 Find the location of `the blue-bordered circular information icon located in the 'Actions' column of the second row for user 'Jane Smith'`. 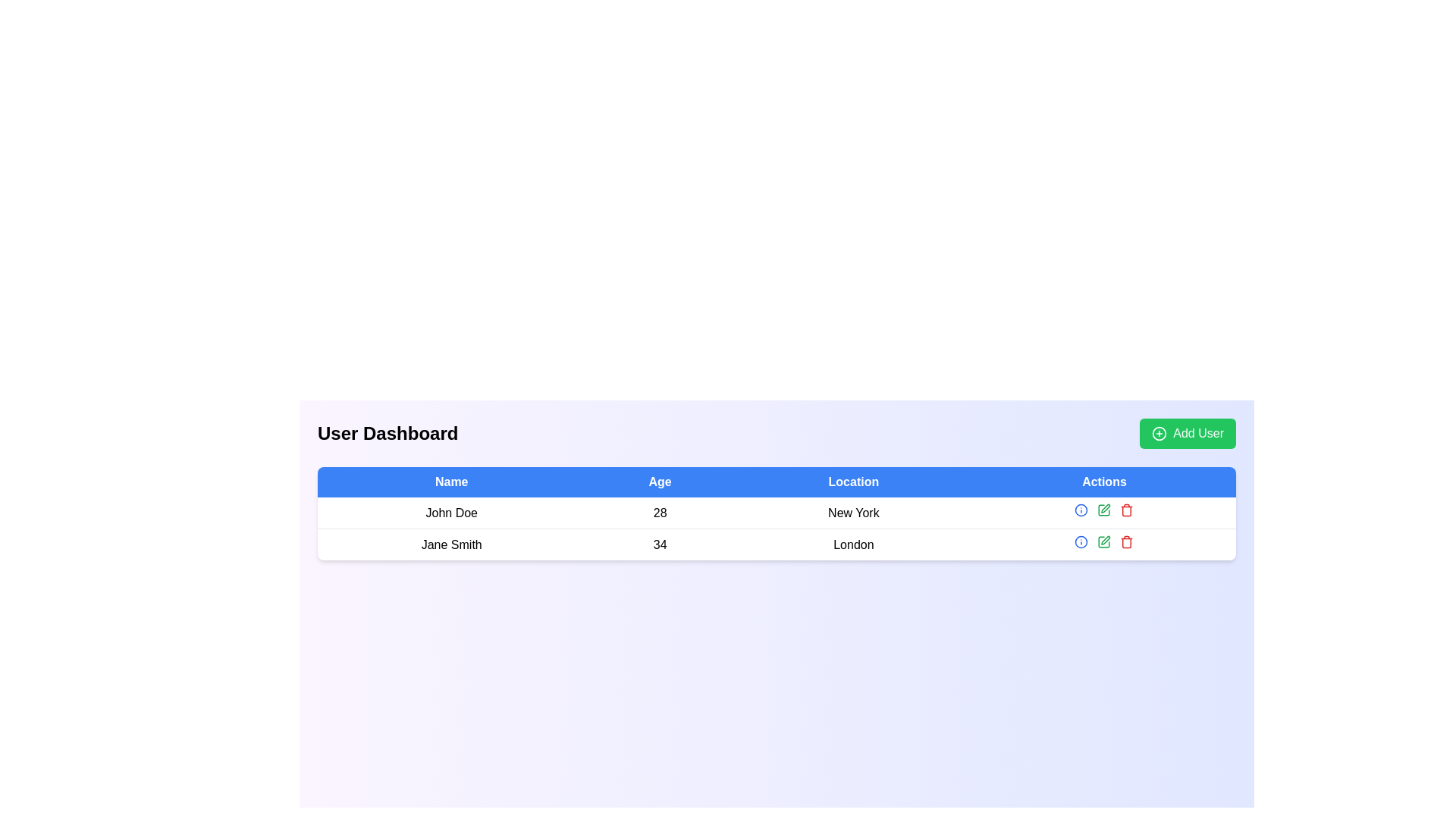

the blue-bordered circular information icon located in the 'Actions' column of the second row for user 'Jane Smith' is located at coordinates (1081, 510).